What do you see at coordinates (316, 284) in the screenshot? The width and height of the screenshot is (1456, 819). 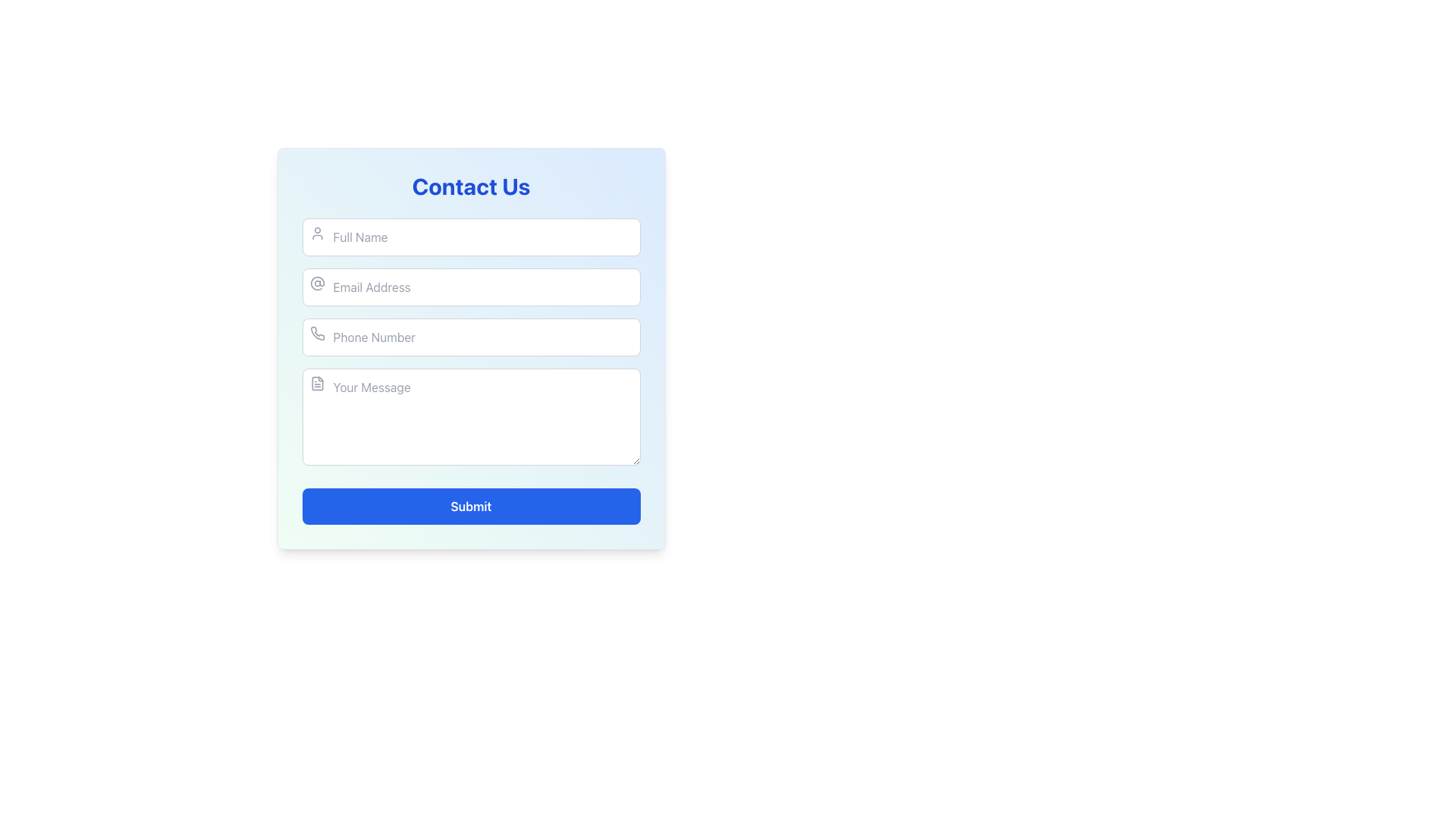 I see `the decorative email icon located to the left of the 'Email Address' input field, indicating its purpose to users` at bounding box center [316, 284].